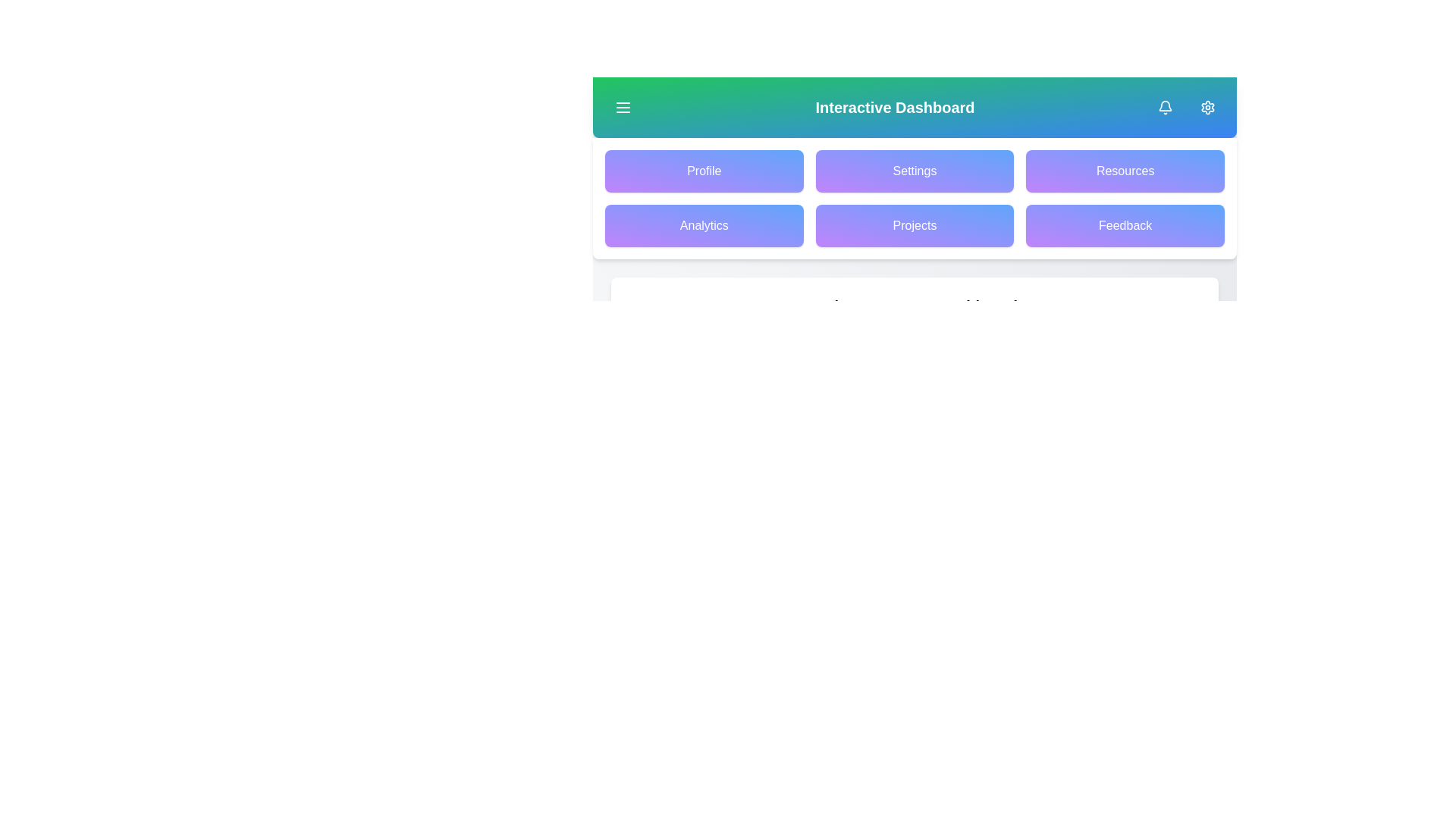 The width and height of the screenshot is (1456, 819). I want to click on the Projects button in the grid, so click(914, 225).